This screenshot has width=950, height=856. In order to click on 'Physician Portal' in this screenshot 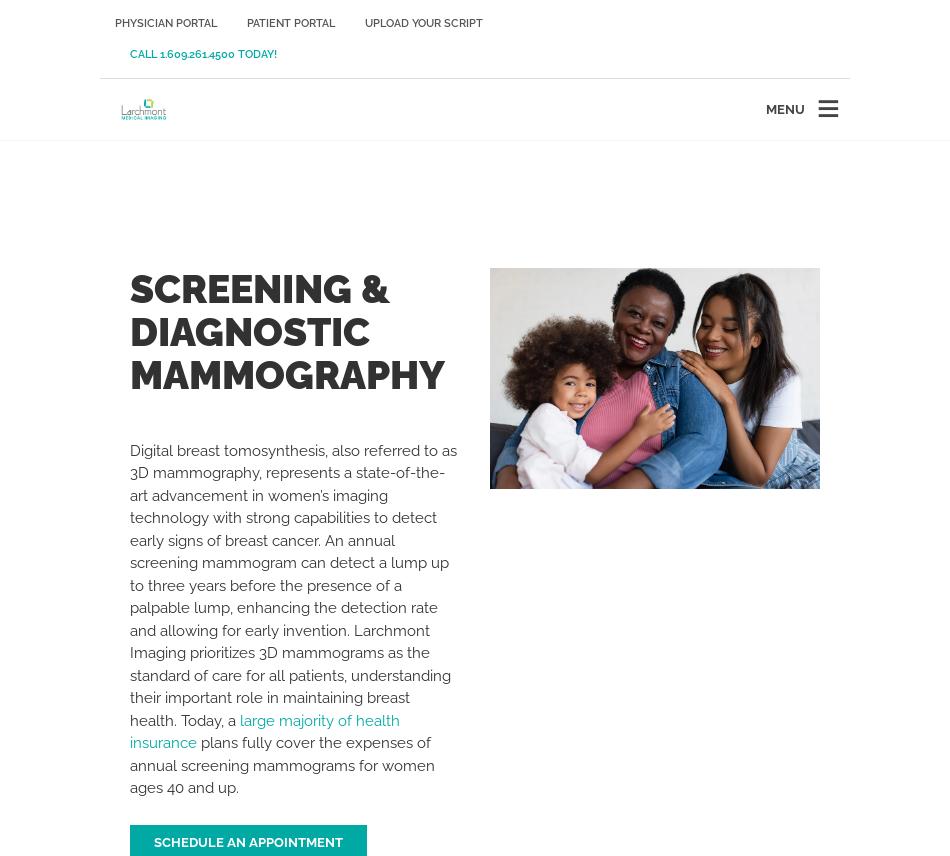, I will do `click(165, 23)`.